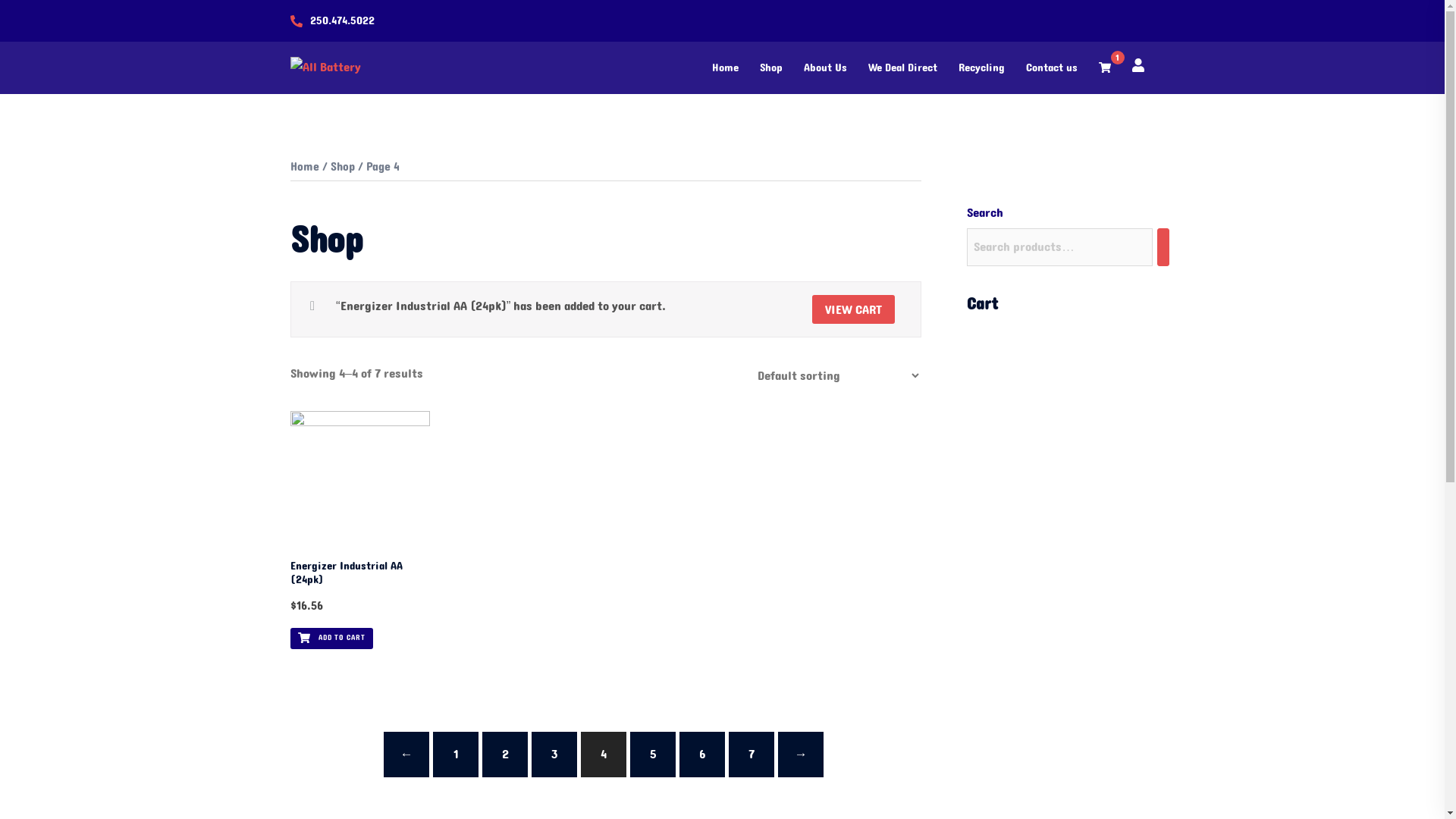  I want to click on 'Recycling', so click(981, 67).